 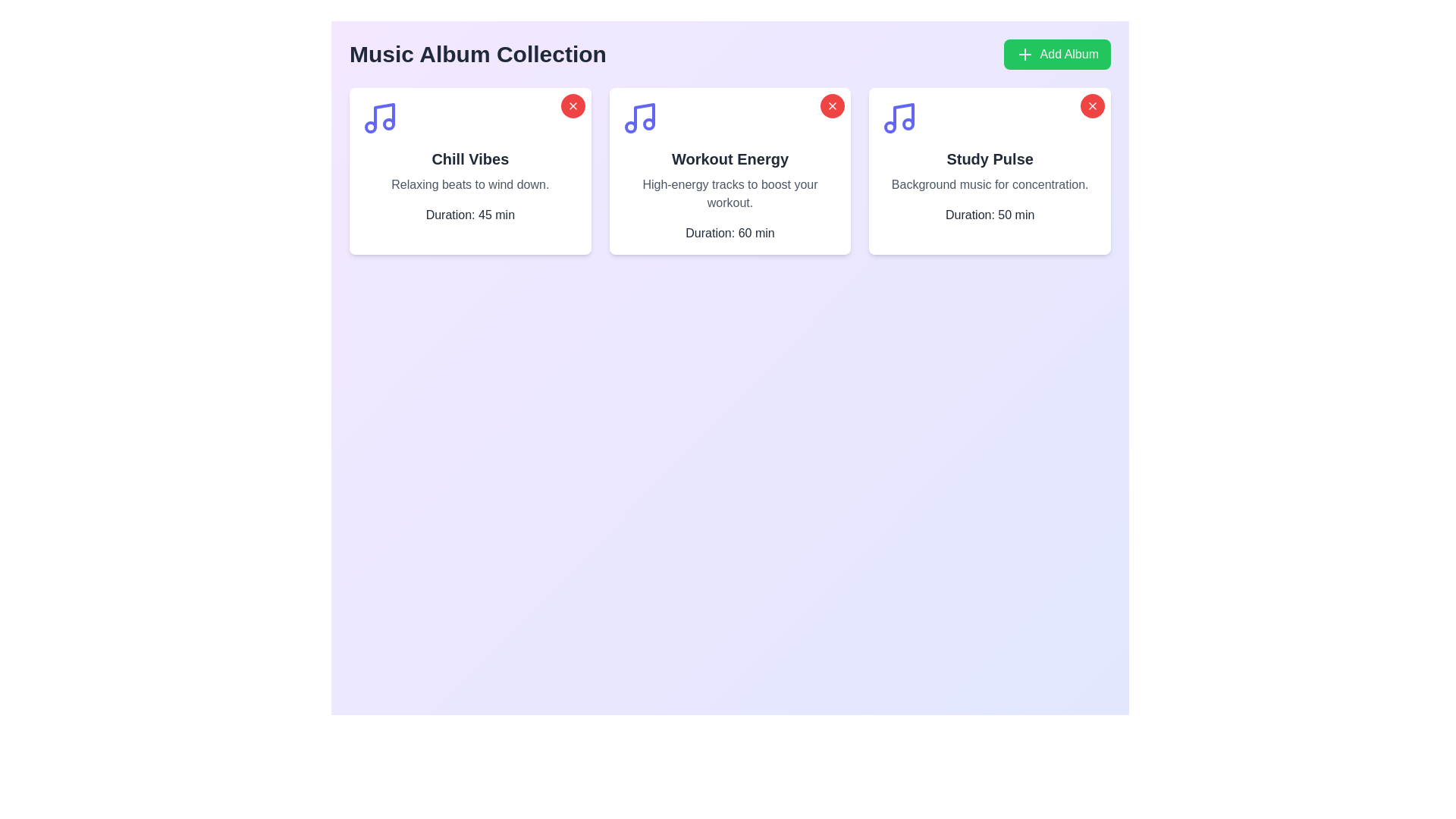 What do you see at coordinates (384, 115) in the screenshot?
I see `outlined music note icon in the 'Chill Vibes' album card, located at the top-left of the three cards displayed horizontally` at bounding box center [384, 115].